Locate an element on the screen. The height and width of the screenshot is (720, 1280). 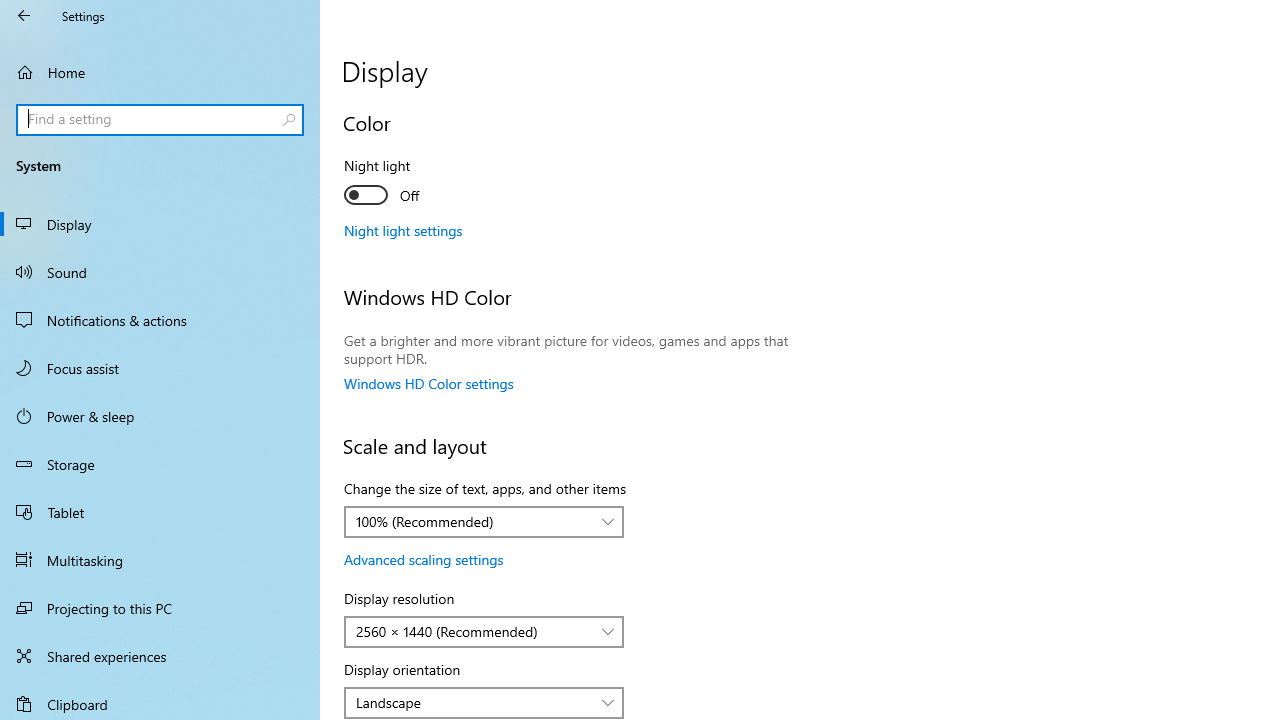
'Landscape' is located at coordinates (472, 701).